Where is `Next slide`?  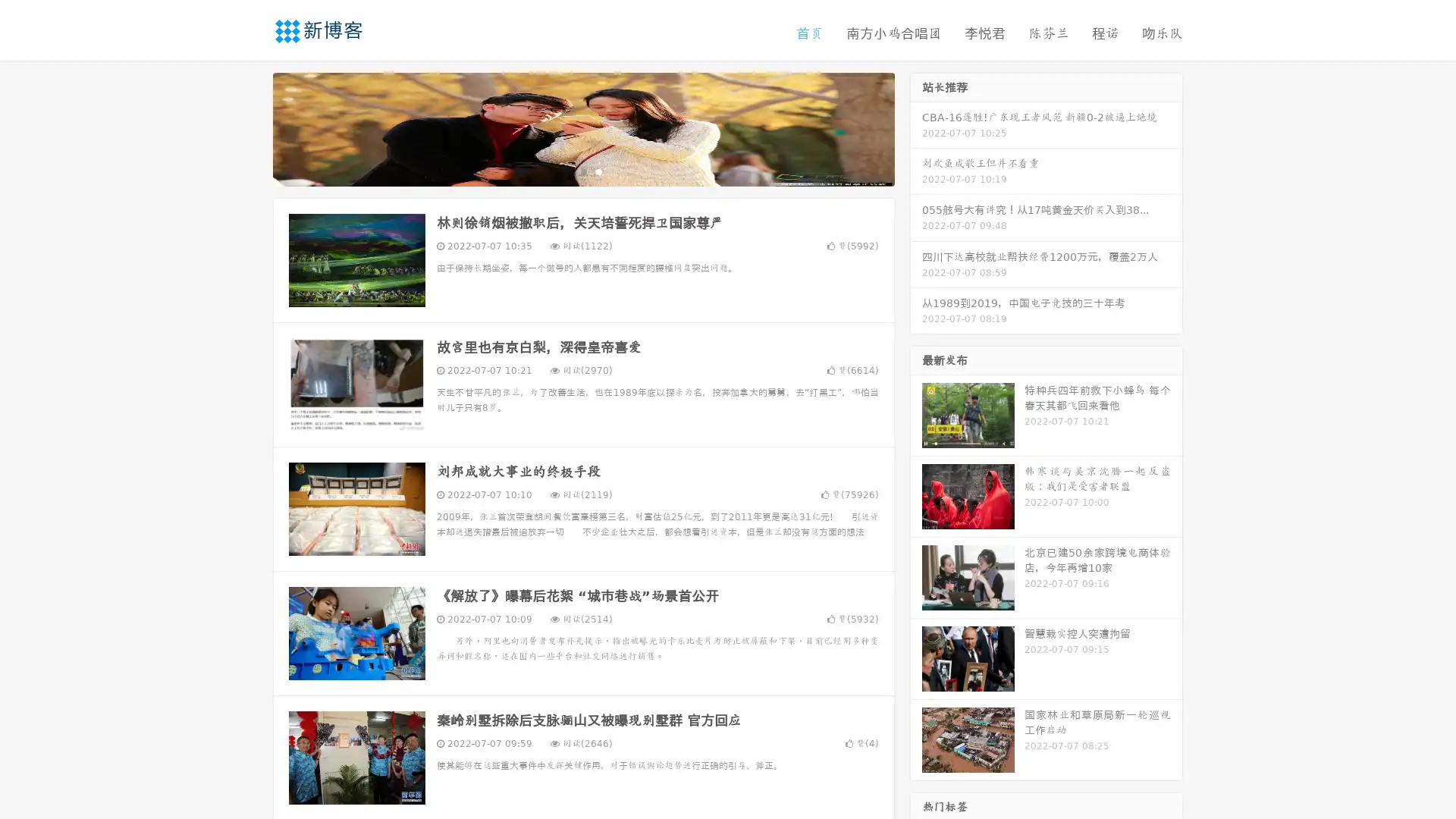
Next slide is located at coordinates (916, 127).